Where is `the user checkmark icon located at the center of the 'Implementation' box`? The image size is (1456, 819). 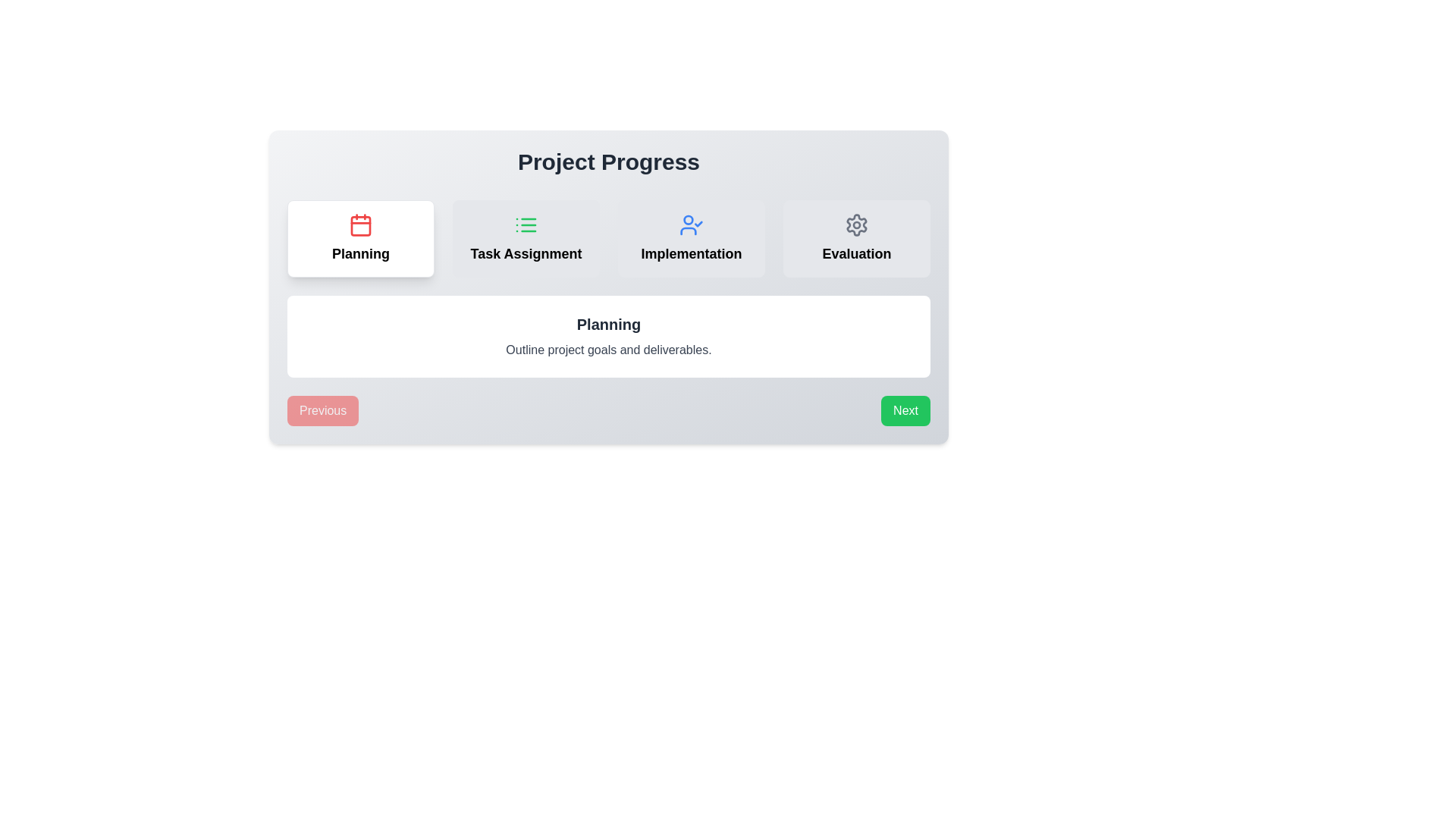
the user checkmark icon located at the center of the 'Implementation' box is located at coordinates (691, 225).